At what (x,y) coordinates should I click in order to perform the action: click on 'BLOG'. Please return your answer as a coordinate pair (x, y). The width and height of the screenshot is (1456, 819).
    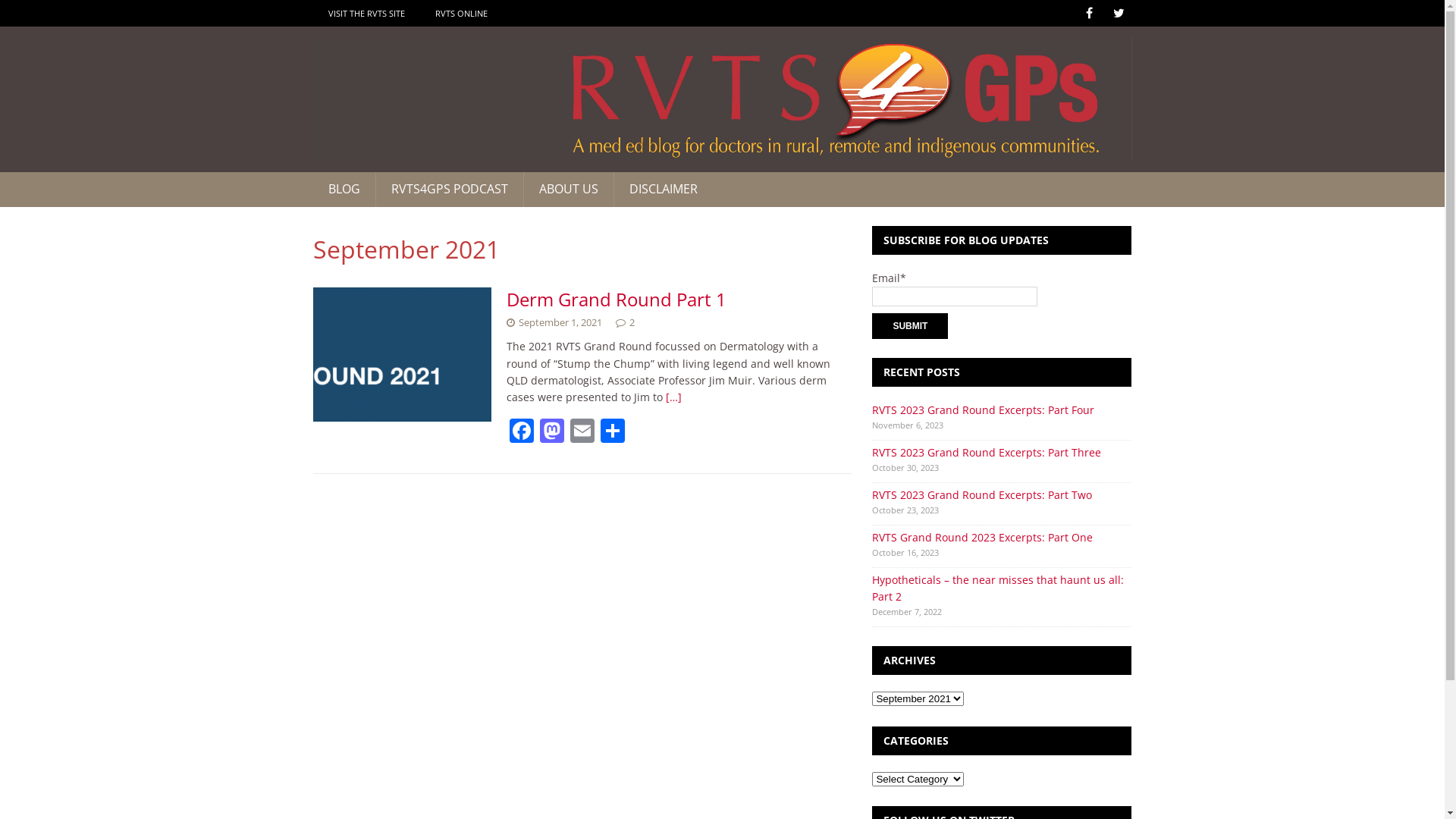
    Looking at the image, I should click on (342, 189).